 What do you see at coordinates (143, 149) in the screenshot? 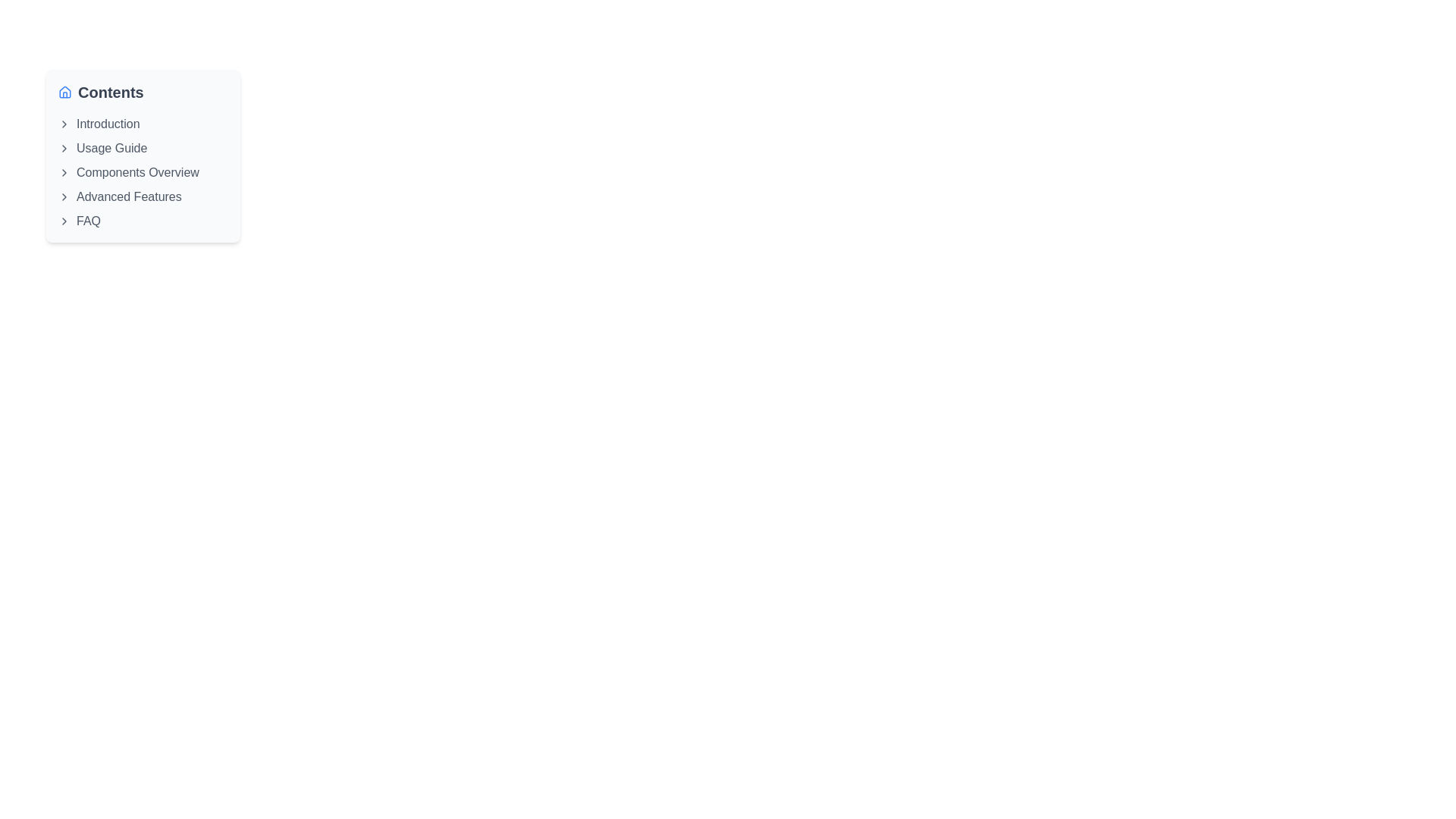
I see `the 'Usage Guide' link in the left sidebar navigation menu` at bounding box center [143, 149].